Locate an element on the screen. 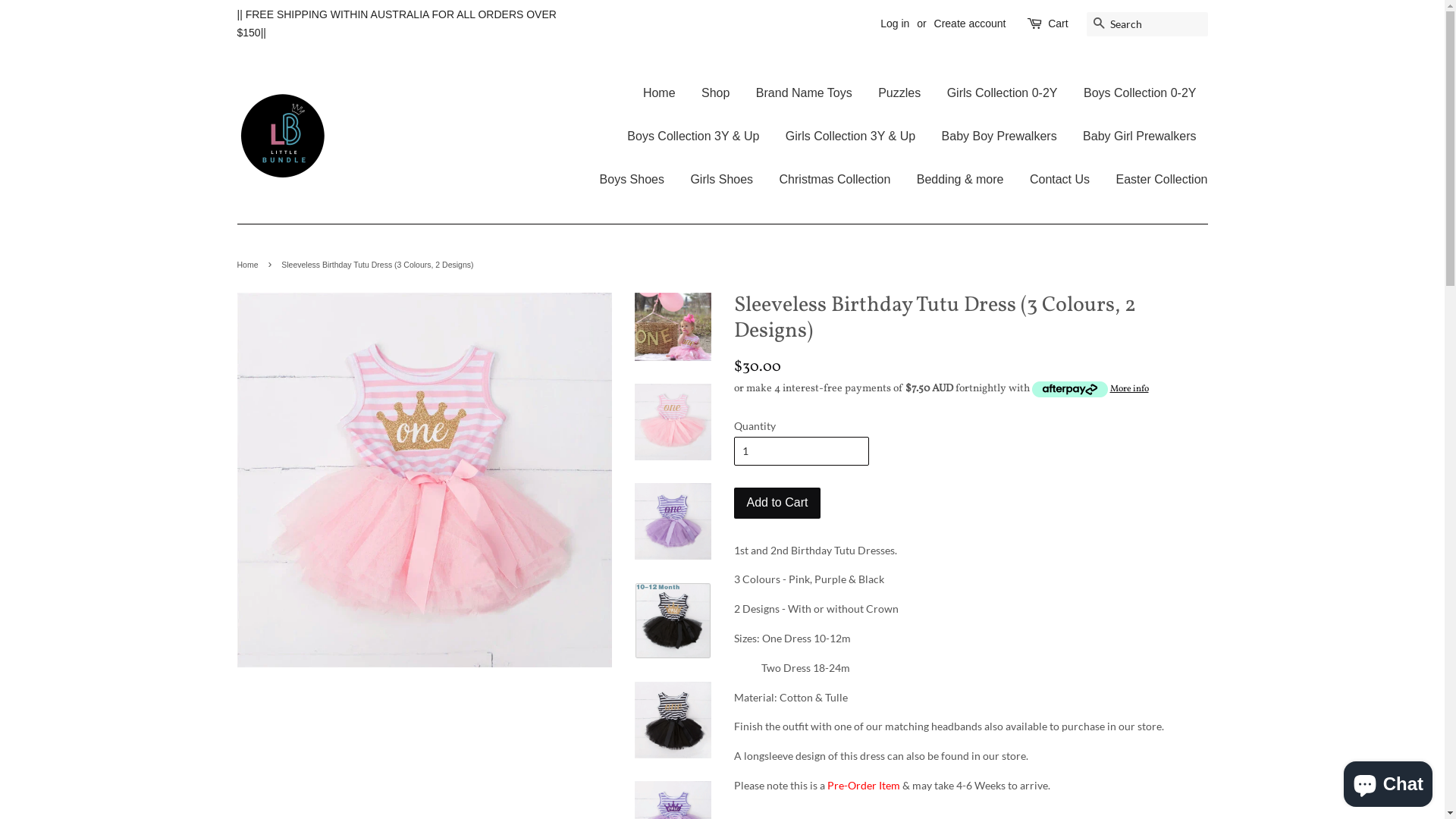 This screenshot has height=819, width=1456. 'Boys Collection 0-2Y' is located at coordinates (1072, 93).